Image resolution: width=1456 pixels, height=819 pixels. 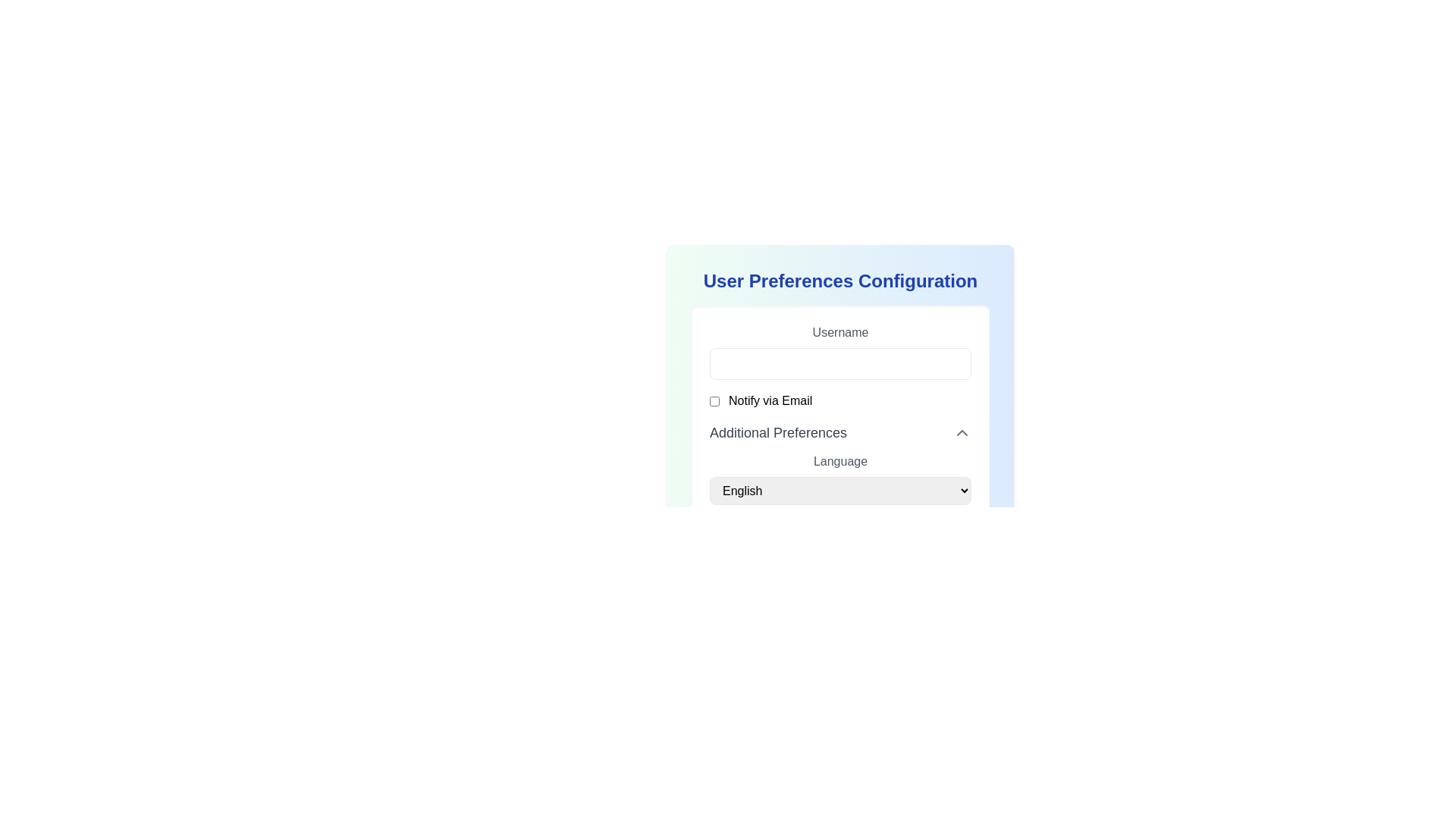 I want to click on the 'Additional Preferences' text label, which is a gray font label positioned below the 'Notify via Email' checkbox label, so click(x=778, y=432).